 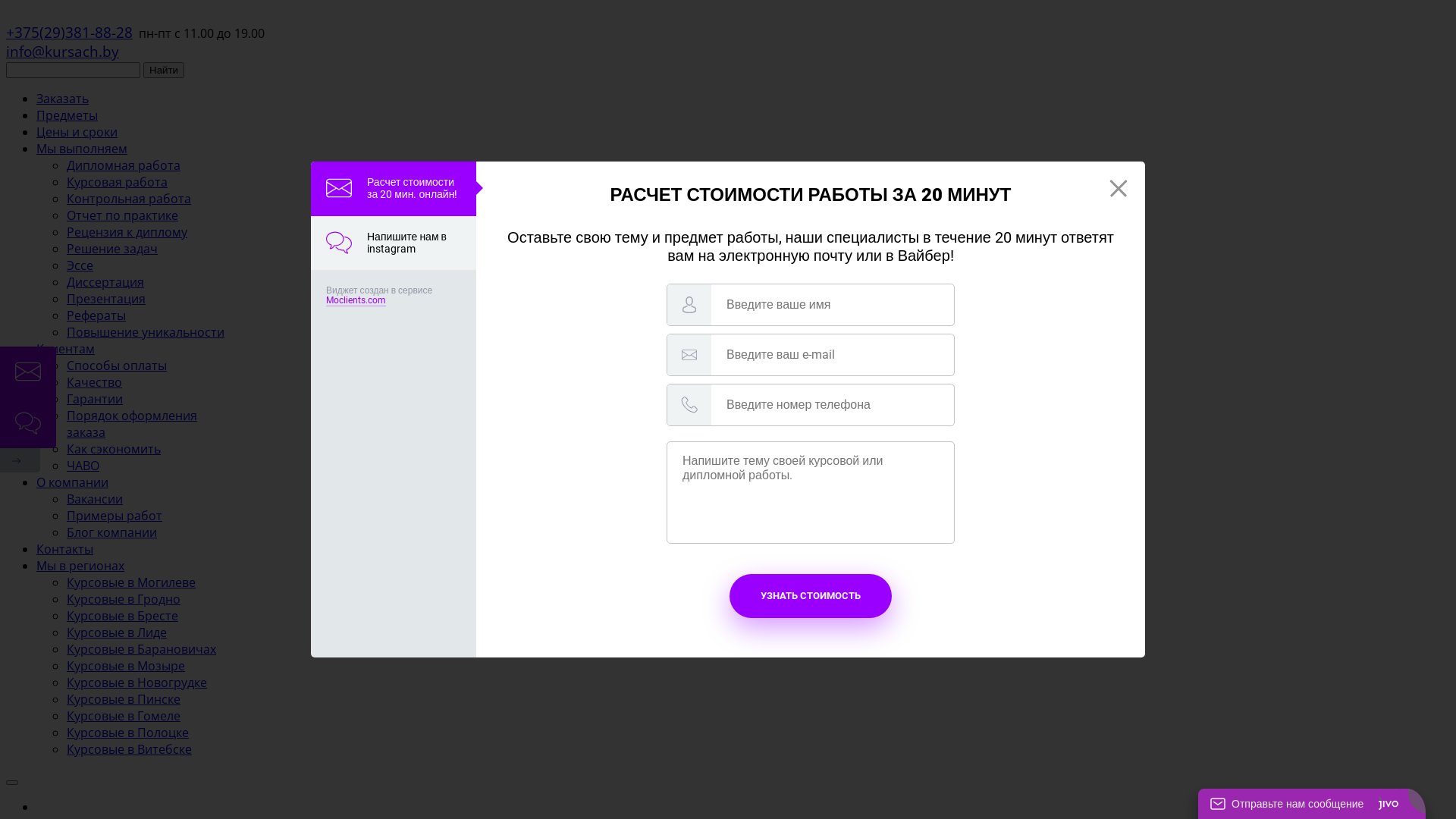 I want to click on 'Moclients.com', so click(x=325, y=300).